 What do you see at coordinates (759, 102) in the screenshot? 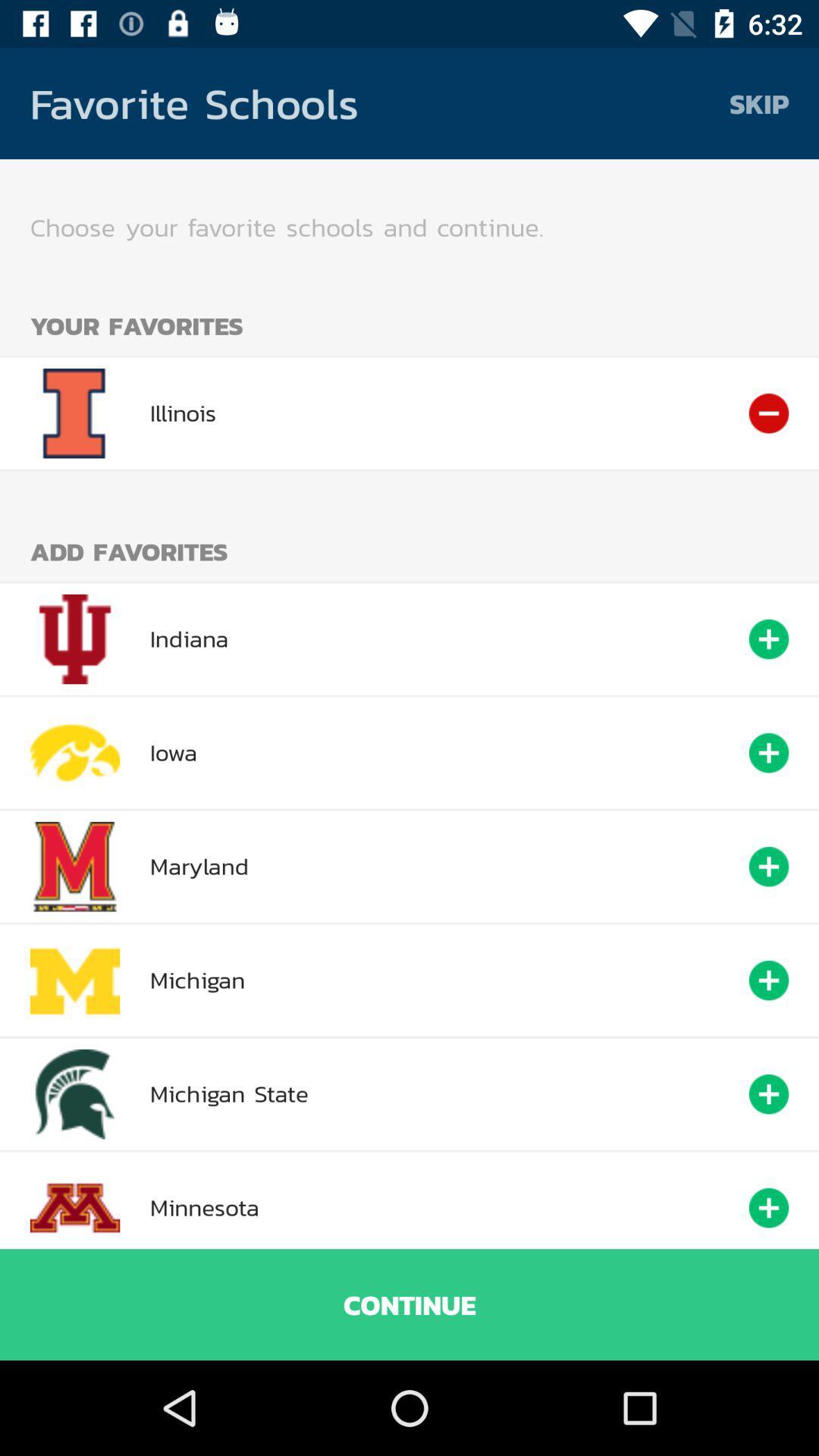
I see `the skip` at bounding box center [759, 102].